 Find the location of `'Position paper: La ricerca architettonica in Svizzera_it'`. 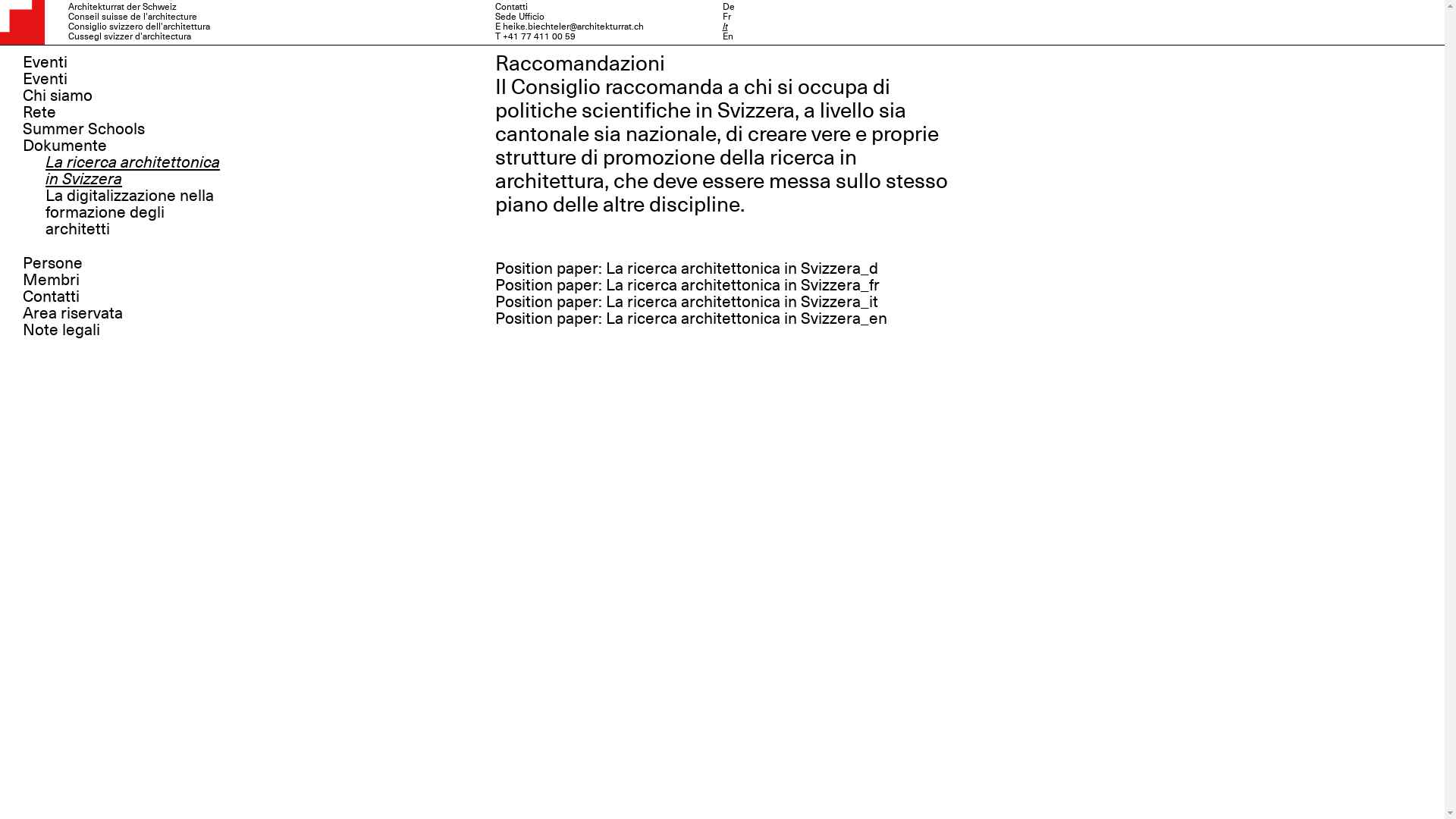

'Position paper: La ricerca architettonica in Svizzera_it' is located at coordinates (685, 301).